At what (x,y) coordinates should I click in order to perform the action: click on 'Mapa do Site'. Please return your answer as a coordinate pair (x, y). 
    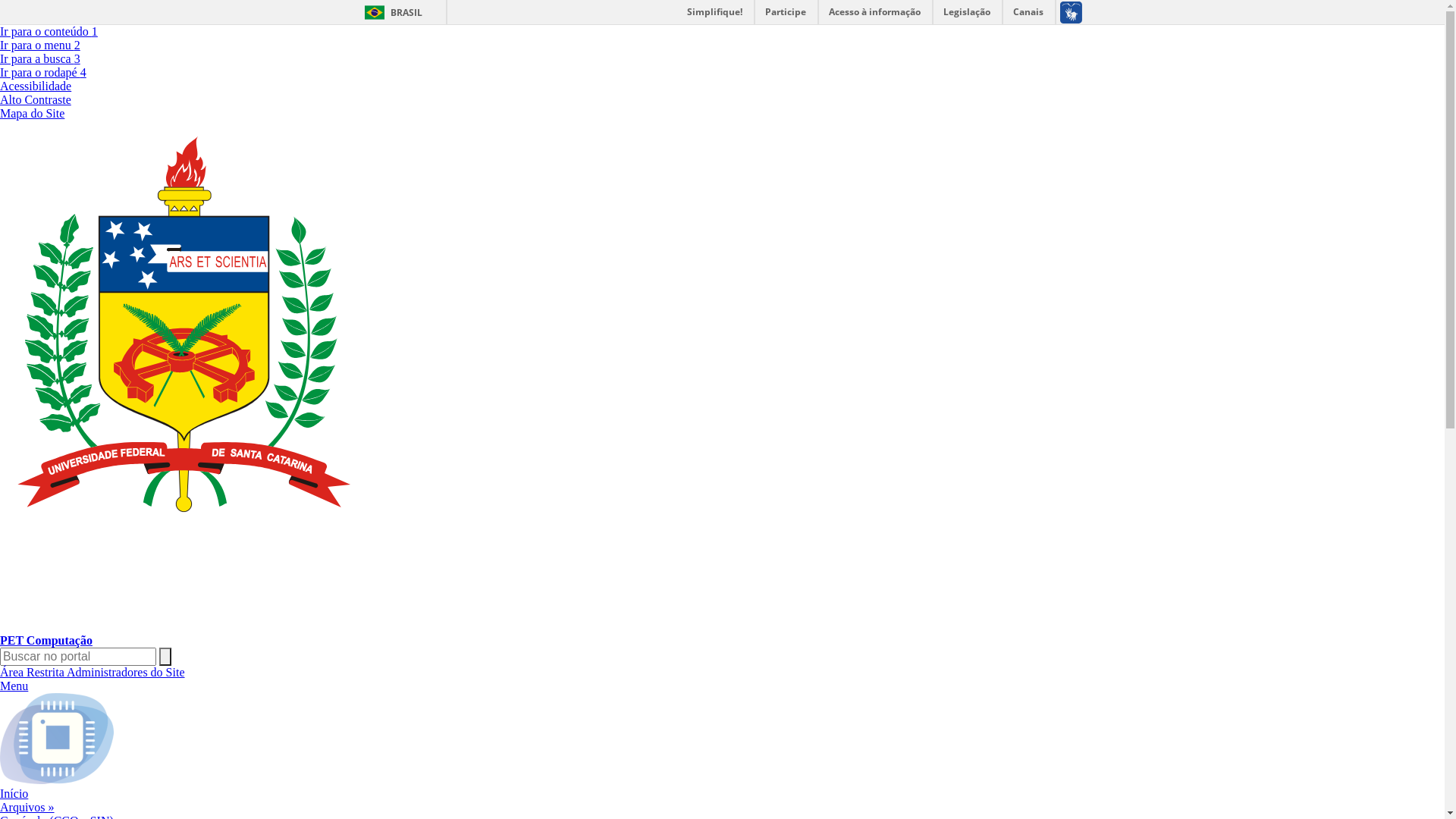
    Looking at the image, I should click on (32, 112).